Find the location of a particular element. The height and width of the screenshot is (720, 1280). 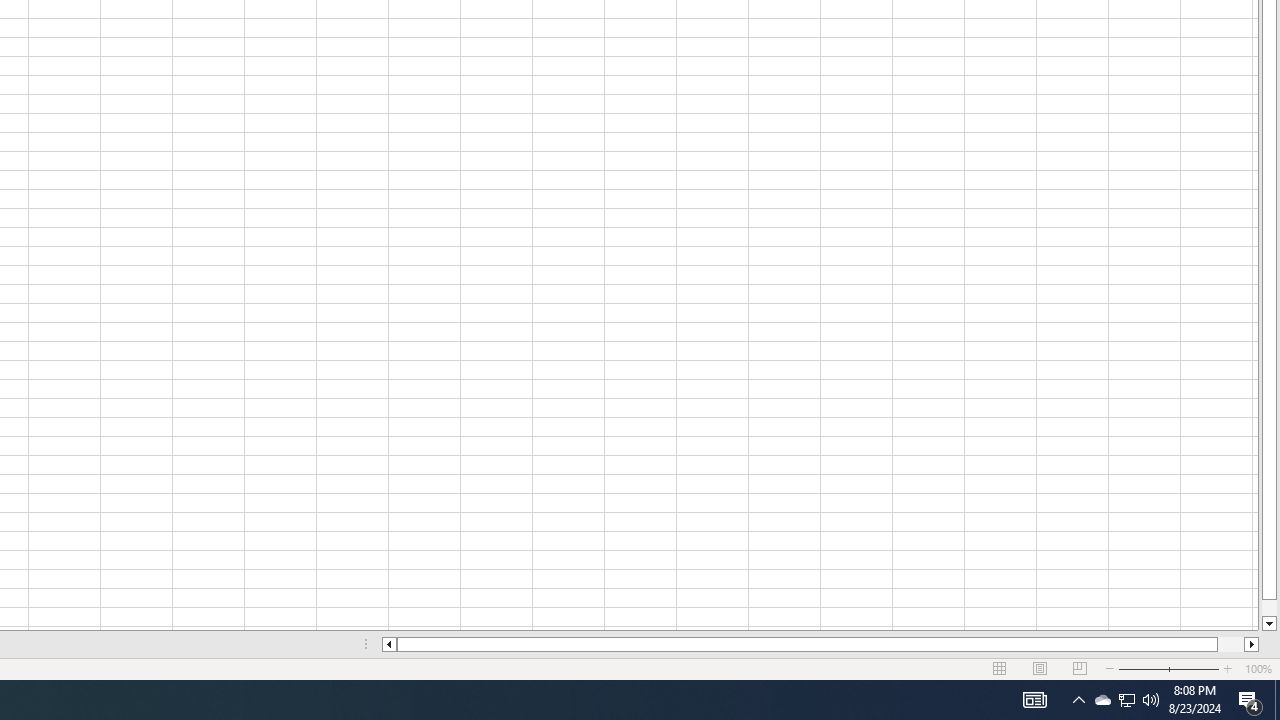

'Page Break Preview' is located at coordinates (1078, 669).